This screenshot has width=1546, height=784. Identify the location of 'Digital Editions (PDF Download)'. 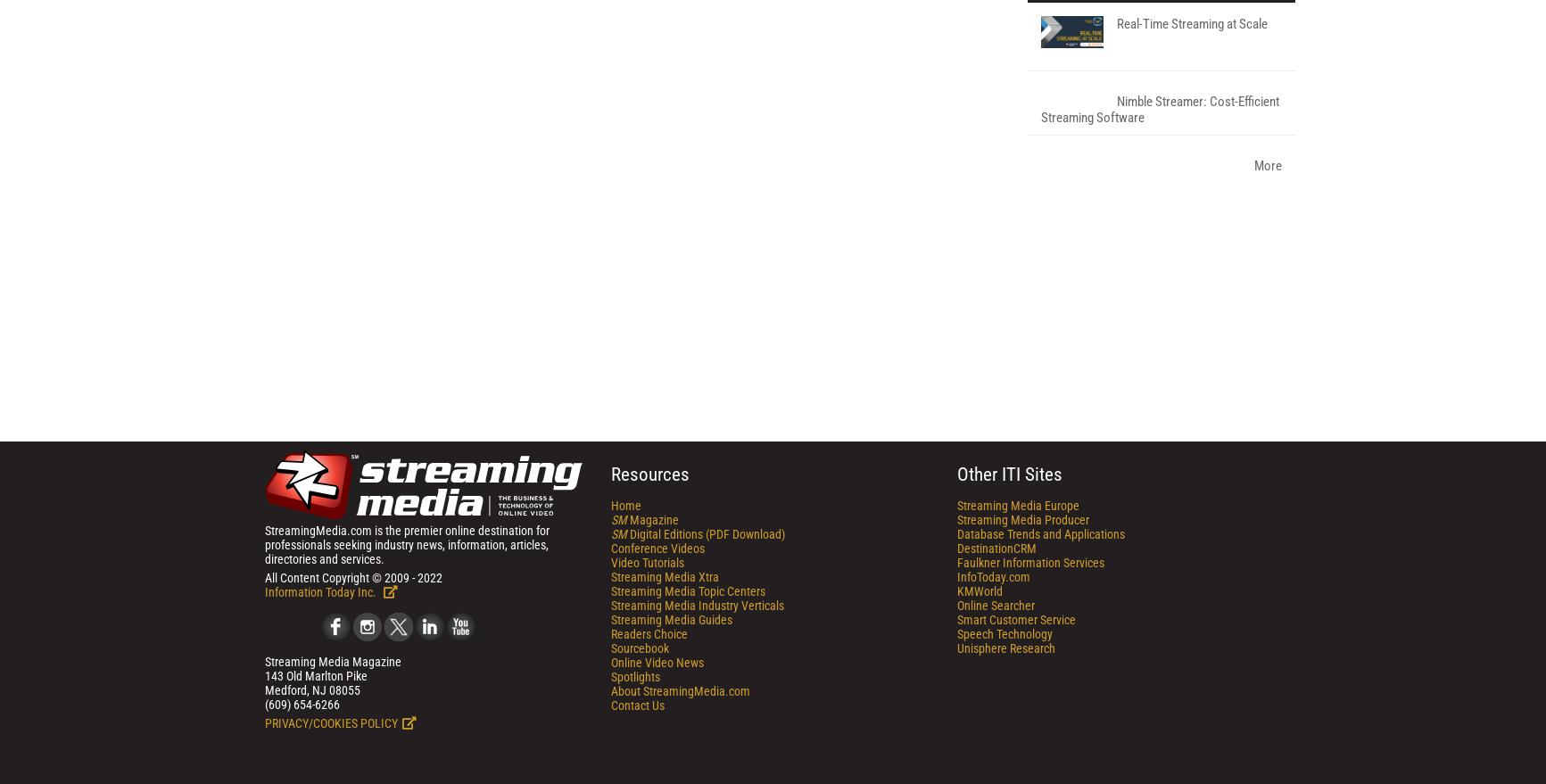
(705, 767).